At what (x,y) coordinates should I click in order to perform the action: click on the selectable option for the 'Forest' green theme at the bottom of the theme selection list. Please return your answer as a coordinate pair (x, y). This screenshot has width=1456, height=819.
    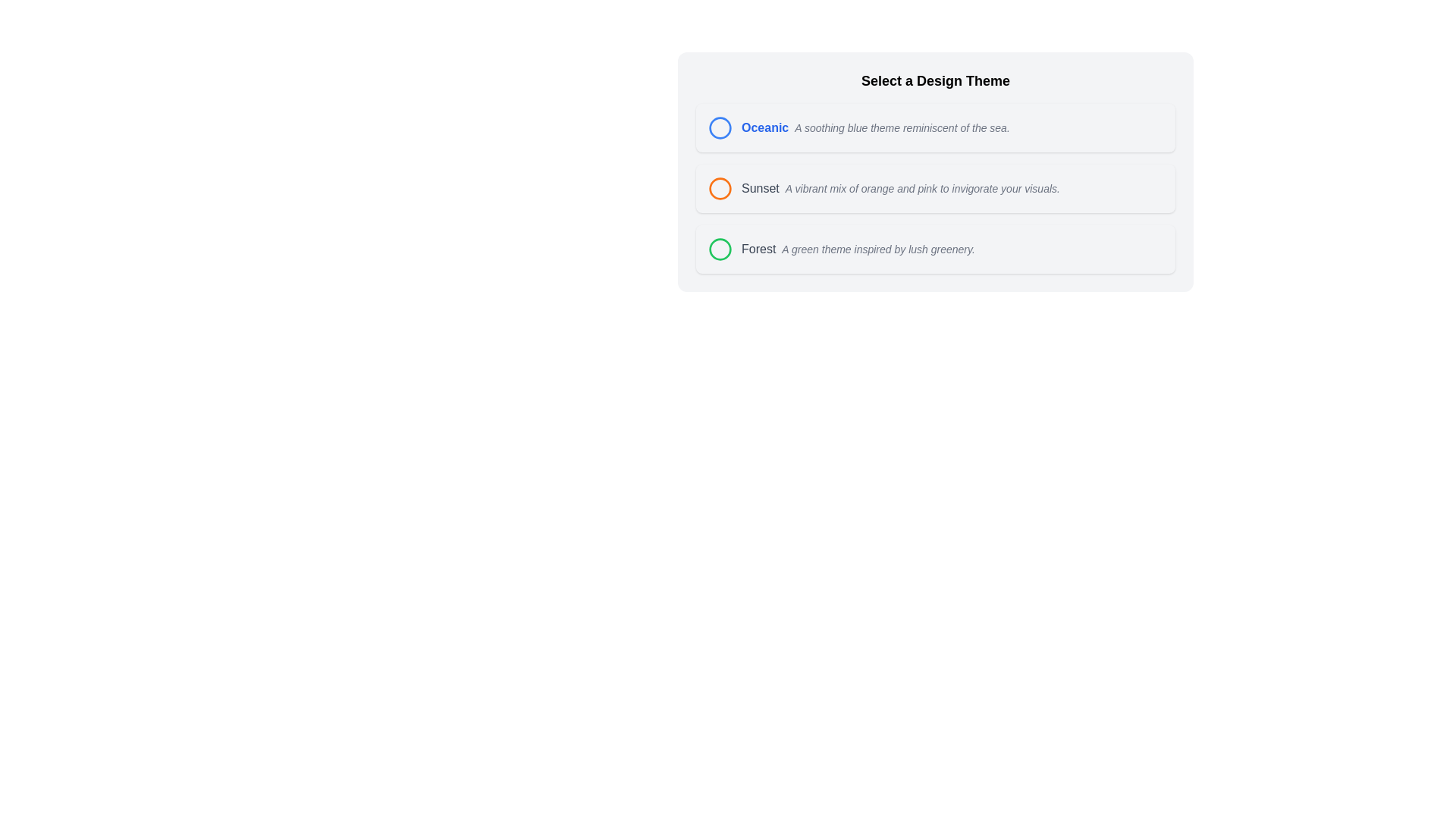
    Looking at the image, I should click on (840, 248).